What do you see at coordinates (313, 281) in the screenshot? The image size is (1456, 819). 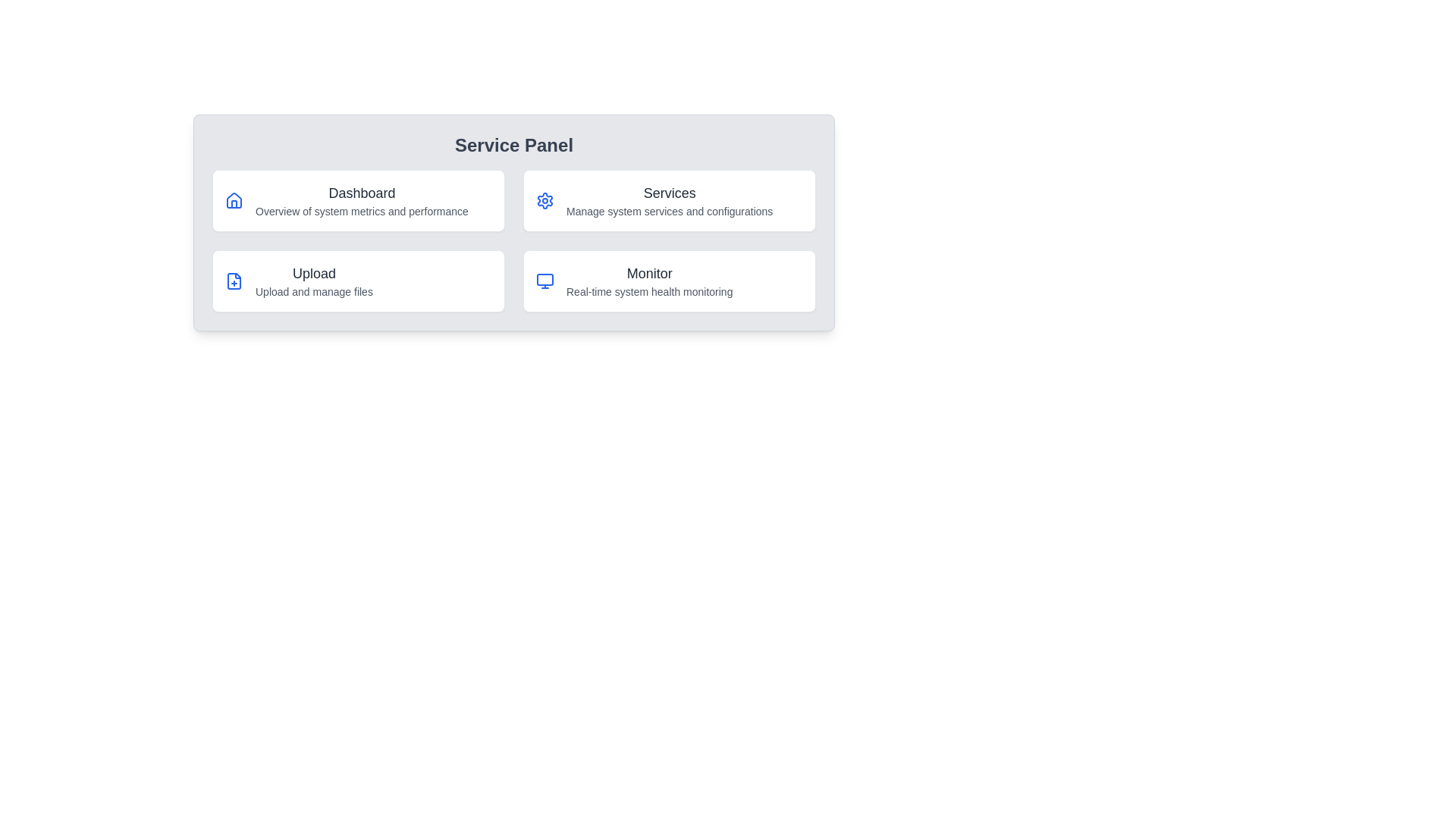 I see `the Text Label that displays 'Upload' in a large, bold font and 'Upload and manage files.' in a smaller font, located in the left-bottom quadrant of the 'Service Panel' section` at bounding box center [313, 281].